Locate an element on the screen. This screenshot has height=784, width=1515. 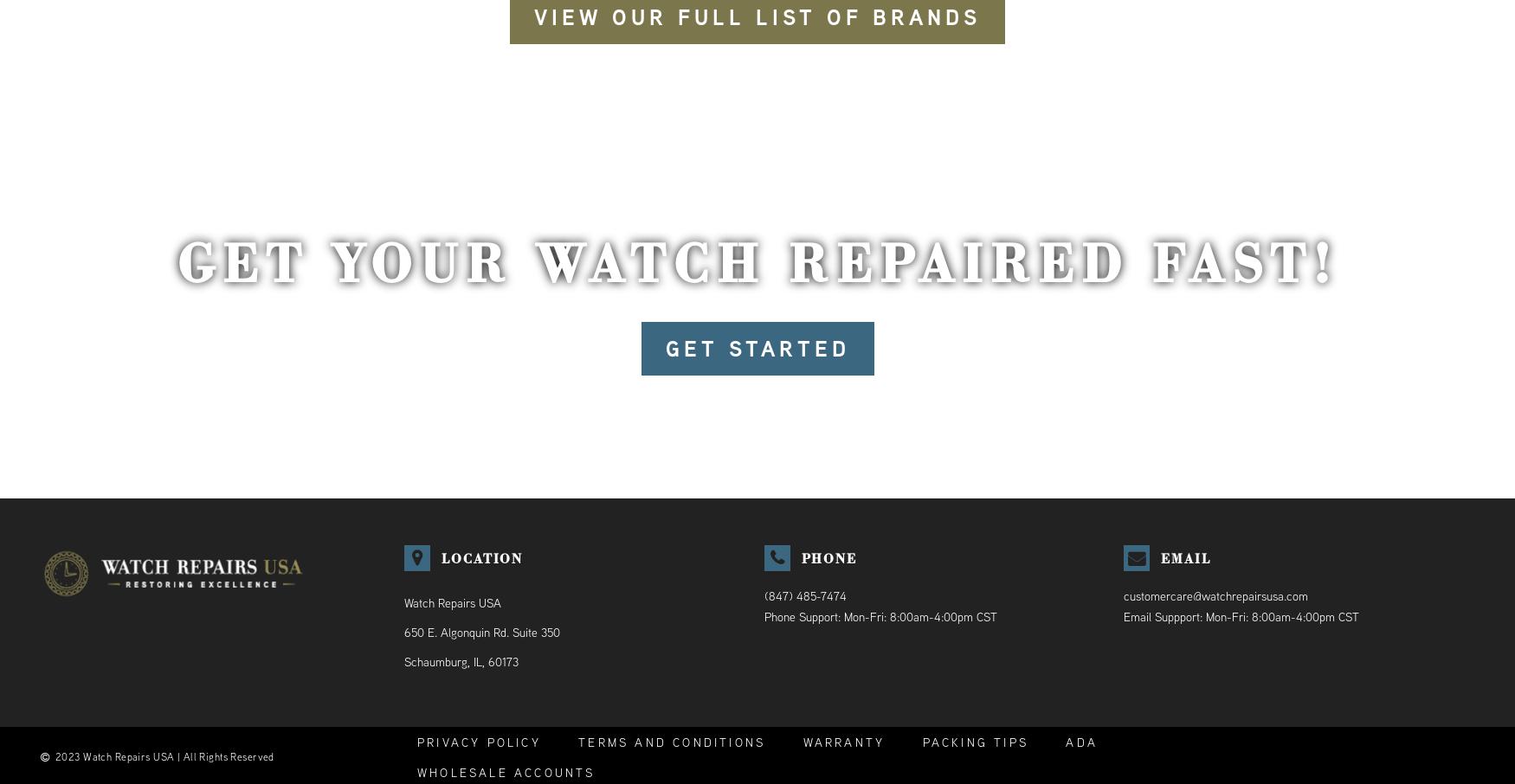
'Watch Repairs USA' is located at coordinates (451, 602).